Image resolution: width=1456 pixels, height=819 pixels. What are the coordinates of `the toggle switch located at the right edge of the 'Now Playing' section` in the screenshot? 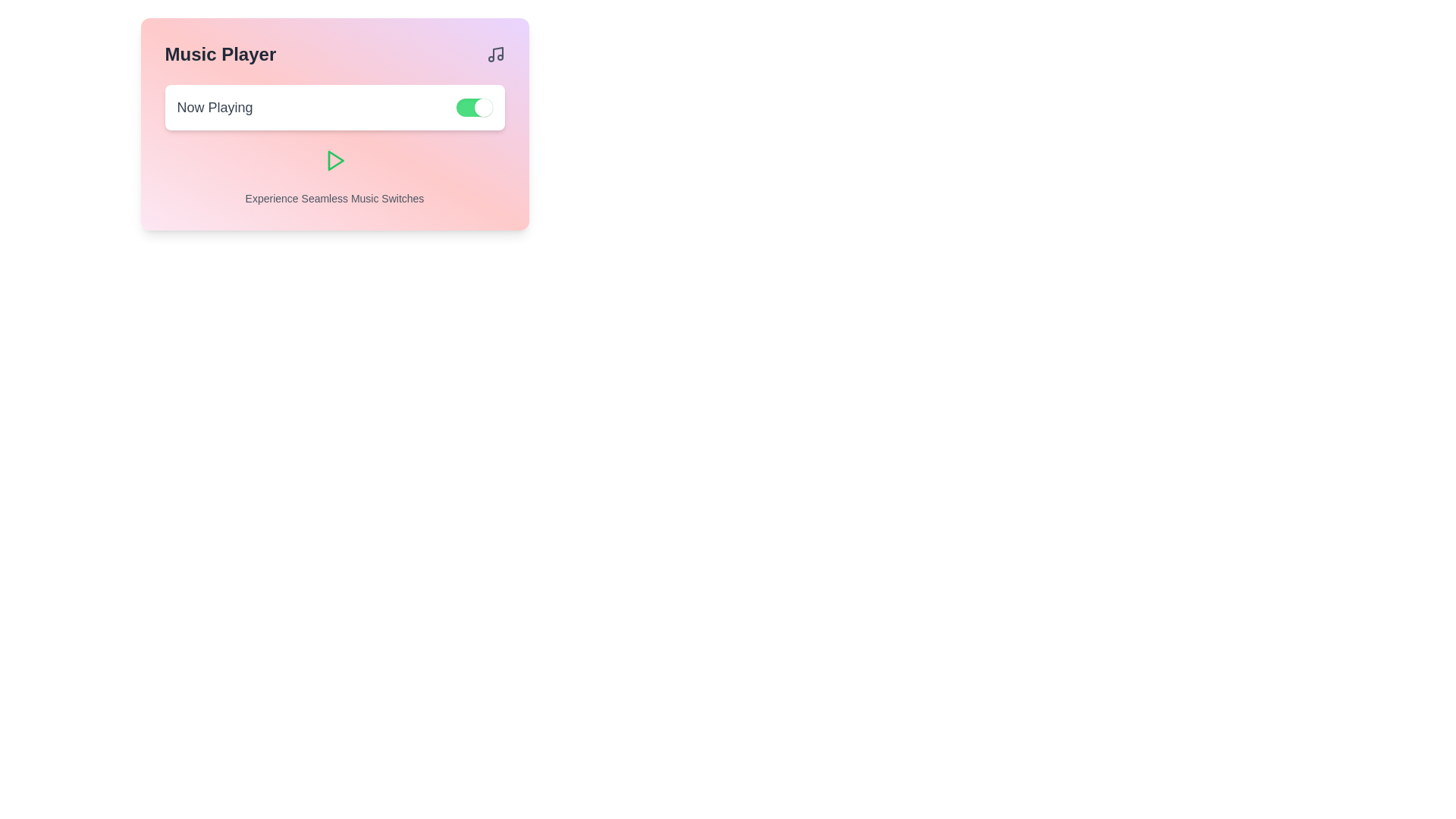 It's located at (473, 107).